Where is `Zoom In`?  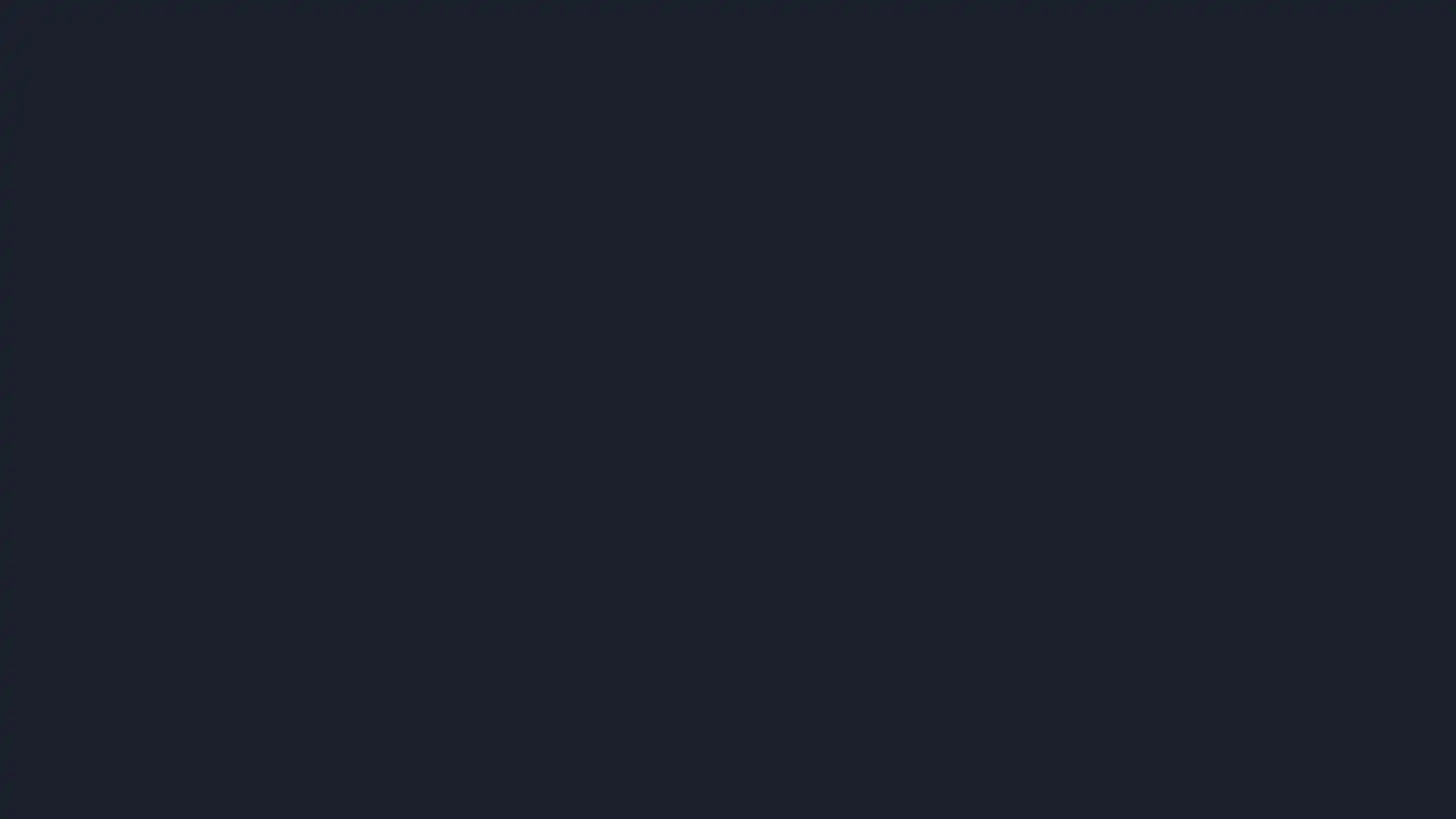
Zoom In is located at coordinates (1047, 52).